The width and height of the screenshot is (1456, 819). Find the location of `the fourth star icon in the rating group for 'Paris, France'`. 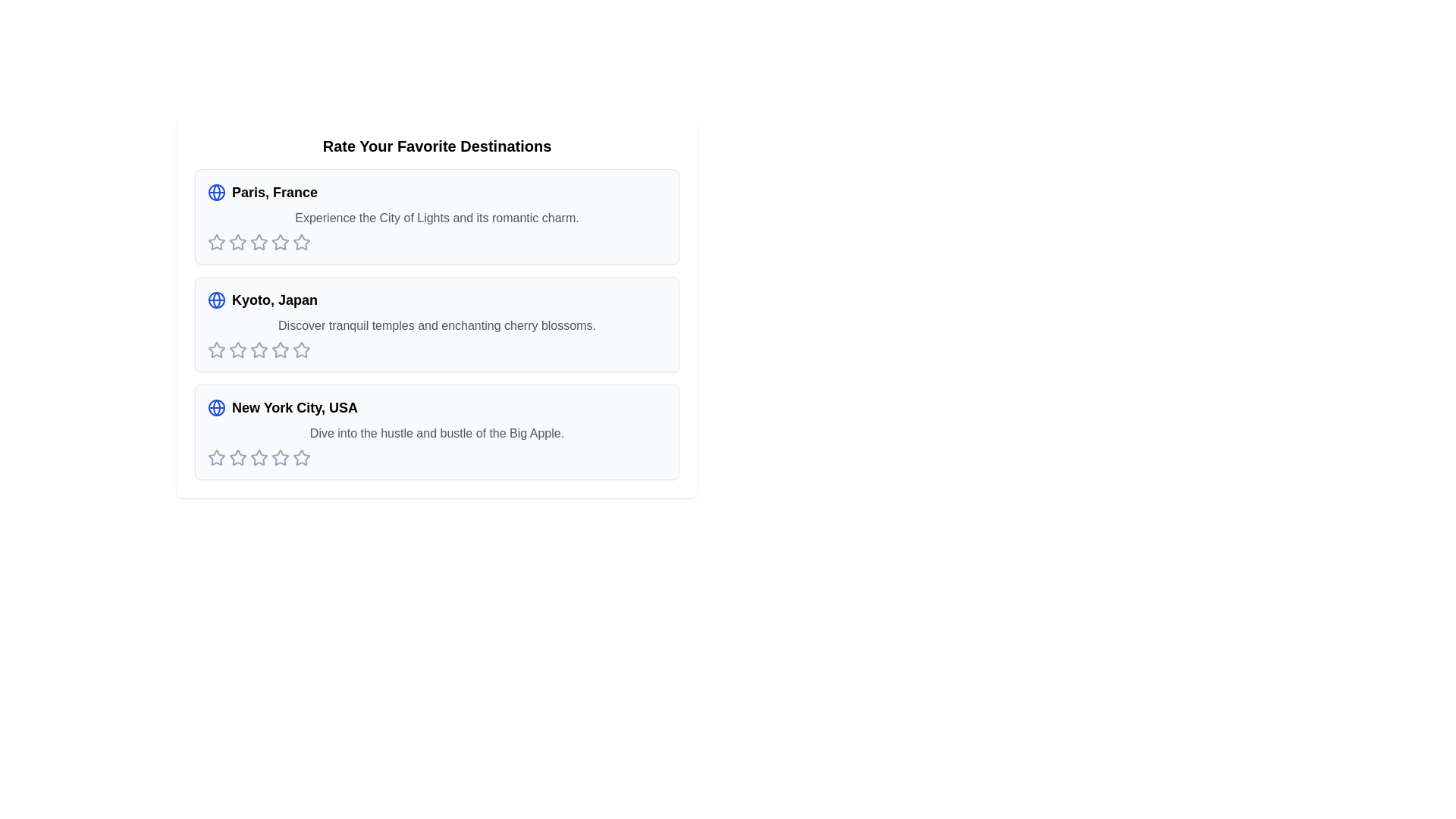

the fourth star icon in the rating group for 'Paris, France' is located at coordinates (259, 242).